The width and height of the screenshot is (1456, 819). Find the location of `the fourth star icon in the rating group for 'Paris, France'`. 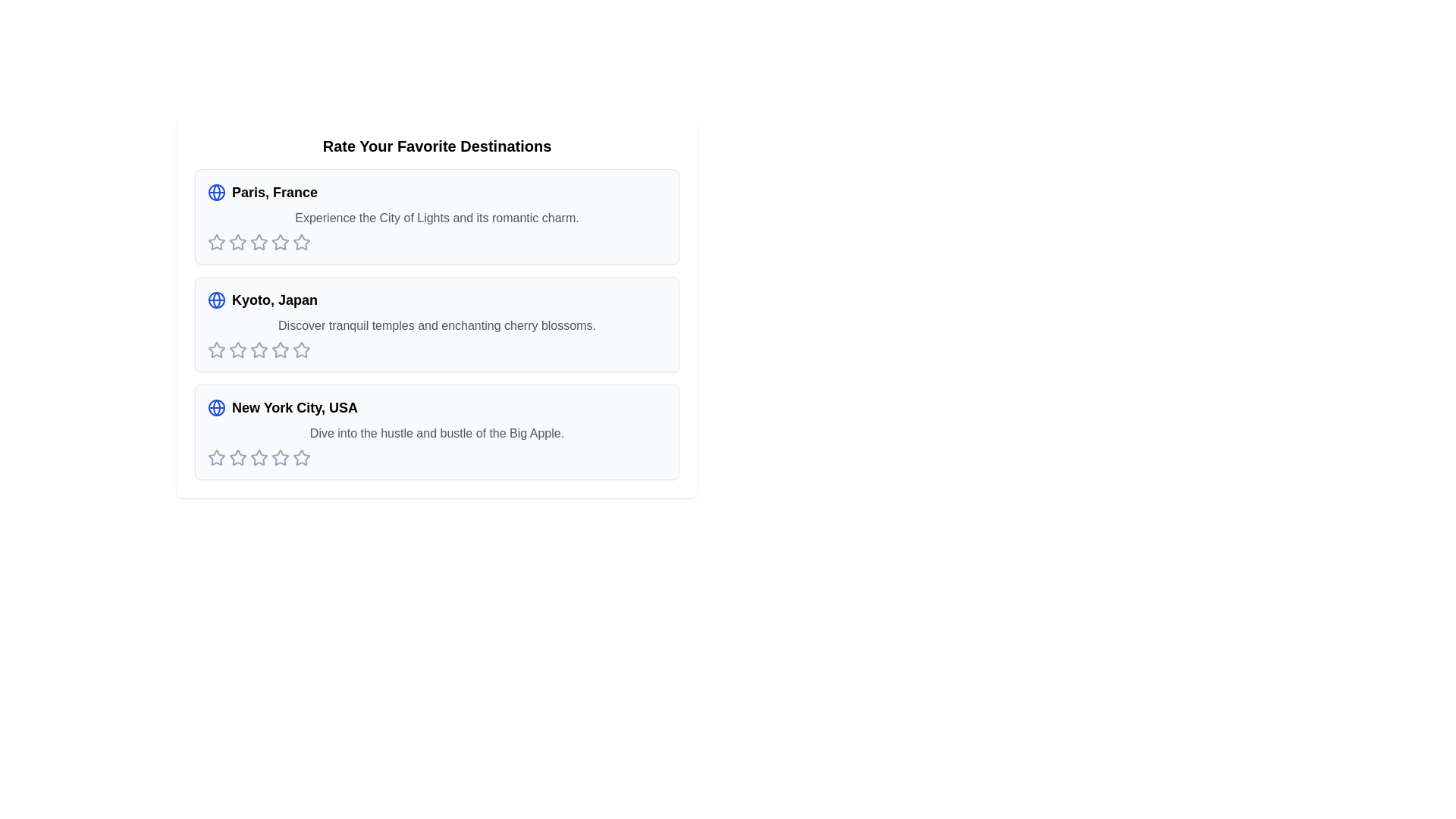

the fourth star icon in the rating group for 'Paris, France' is located at coordinates (259, 242).